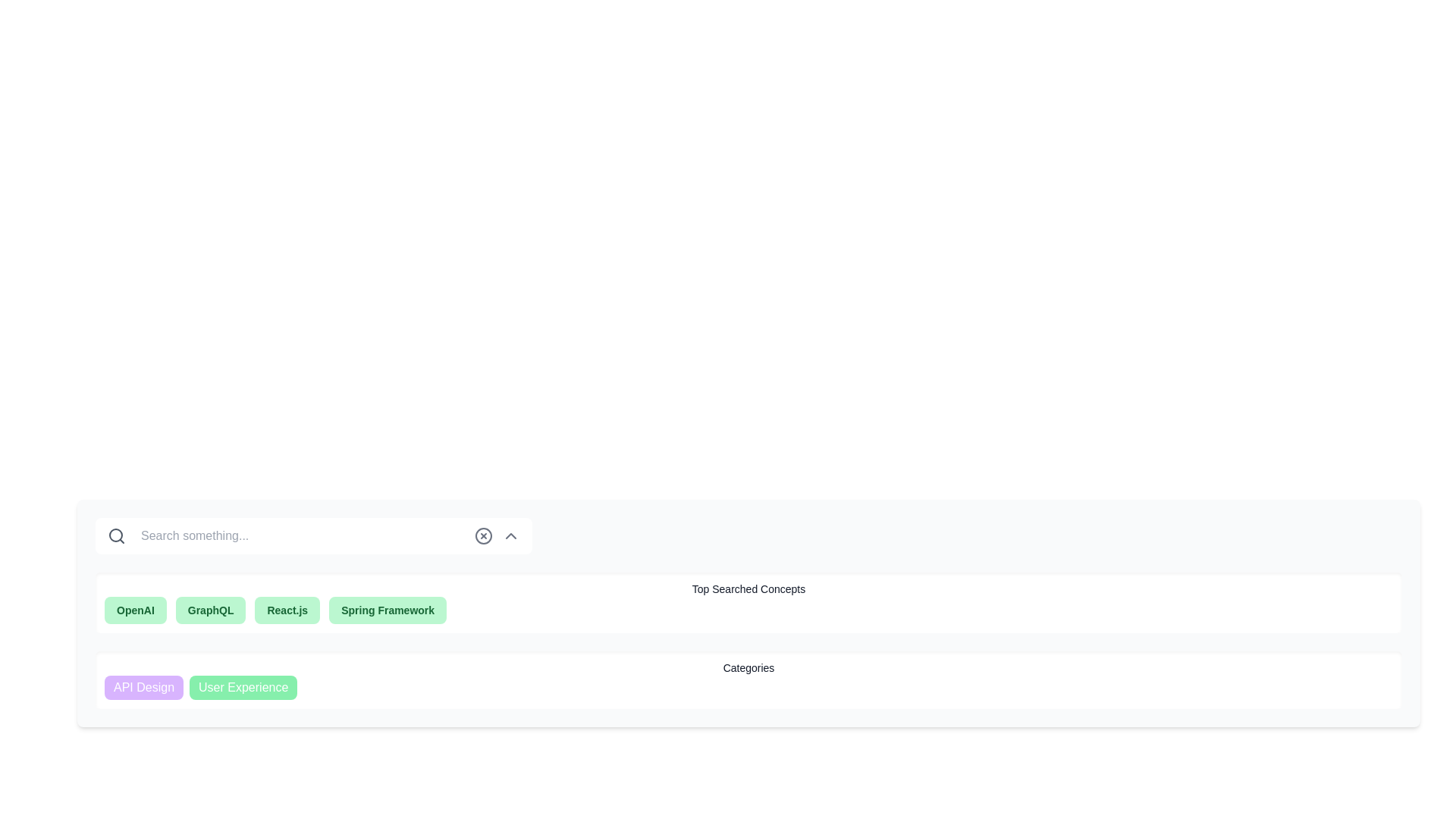 This screenshot has width=1456, height=819. I want to click on the Text label which serves as a header for the section above the background-colored tags like 'API Design' and 'User Experience', so click(748, 667).